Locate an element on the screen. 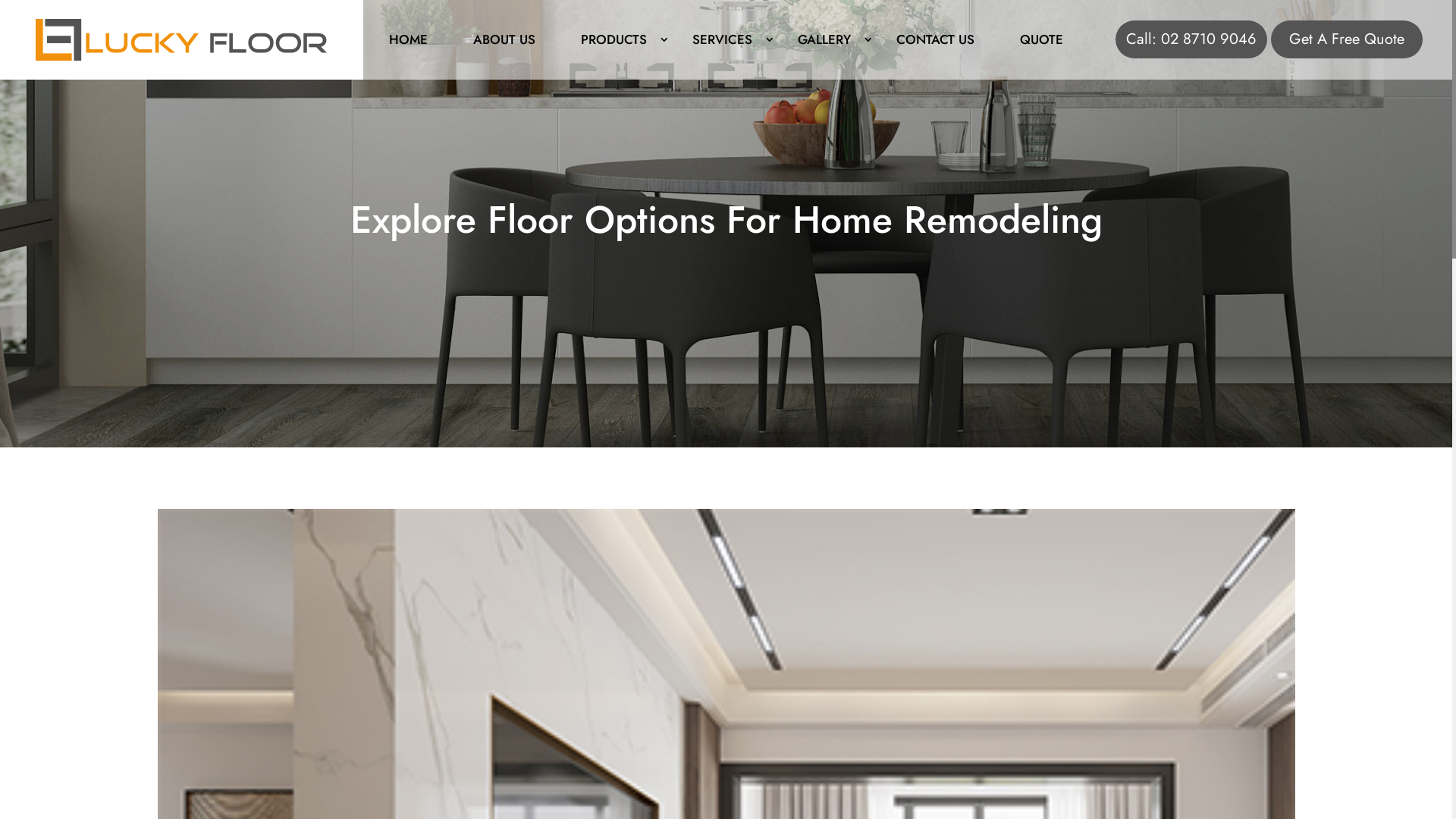 The height and width of the screenshot is (819, 1456). 'ABOUT US' is located at coordinates (450, 37).